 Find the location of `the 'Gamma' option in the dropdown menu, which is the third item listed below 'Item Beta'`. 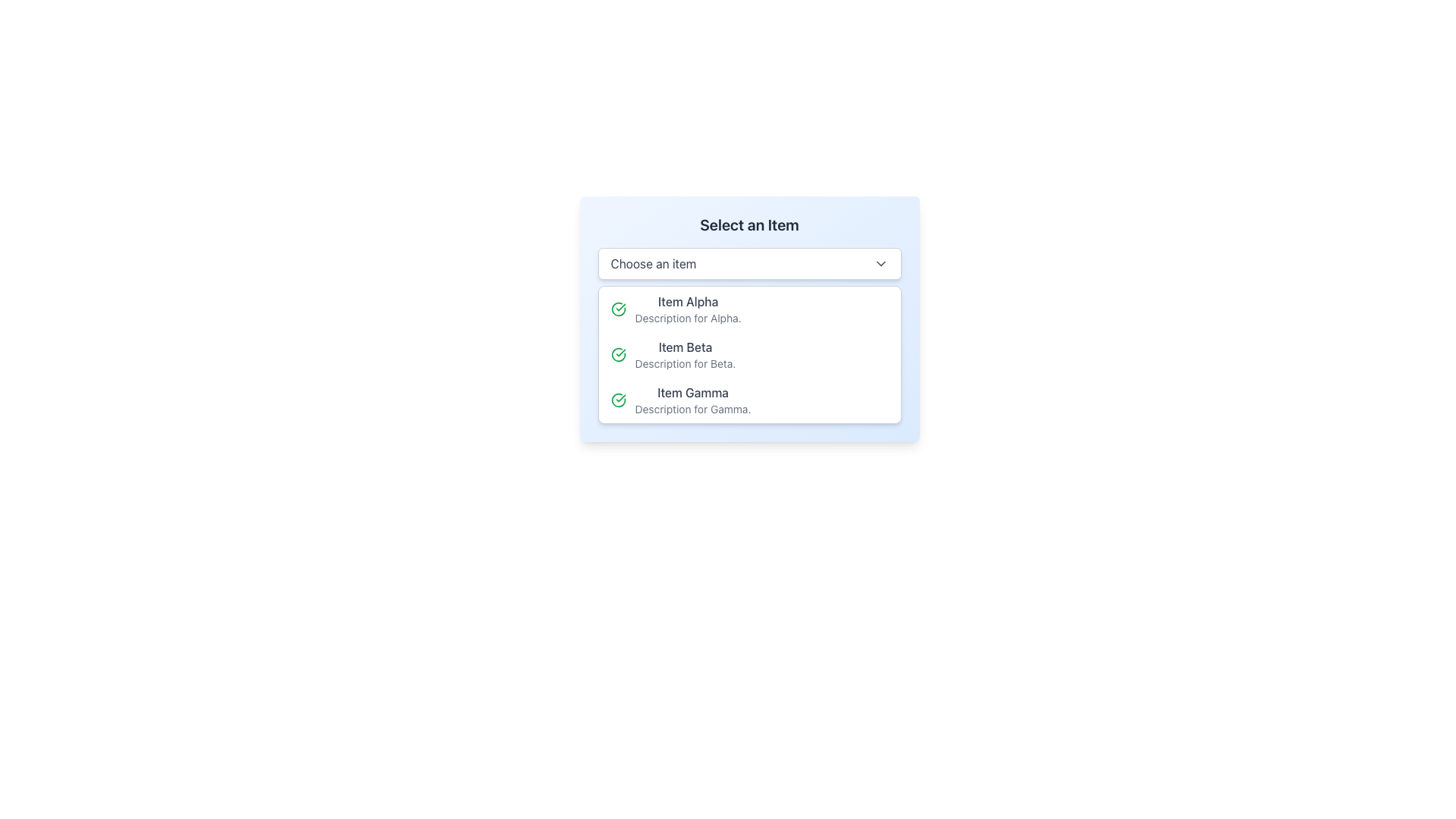

the 'Gamma' option in the dropdown menu, which is the third item listed below 'Item Beta' is located at coordinates (692, 400).